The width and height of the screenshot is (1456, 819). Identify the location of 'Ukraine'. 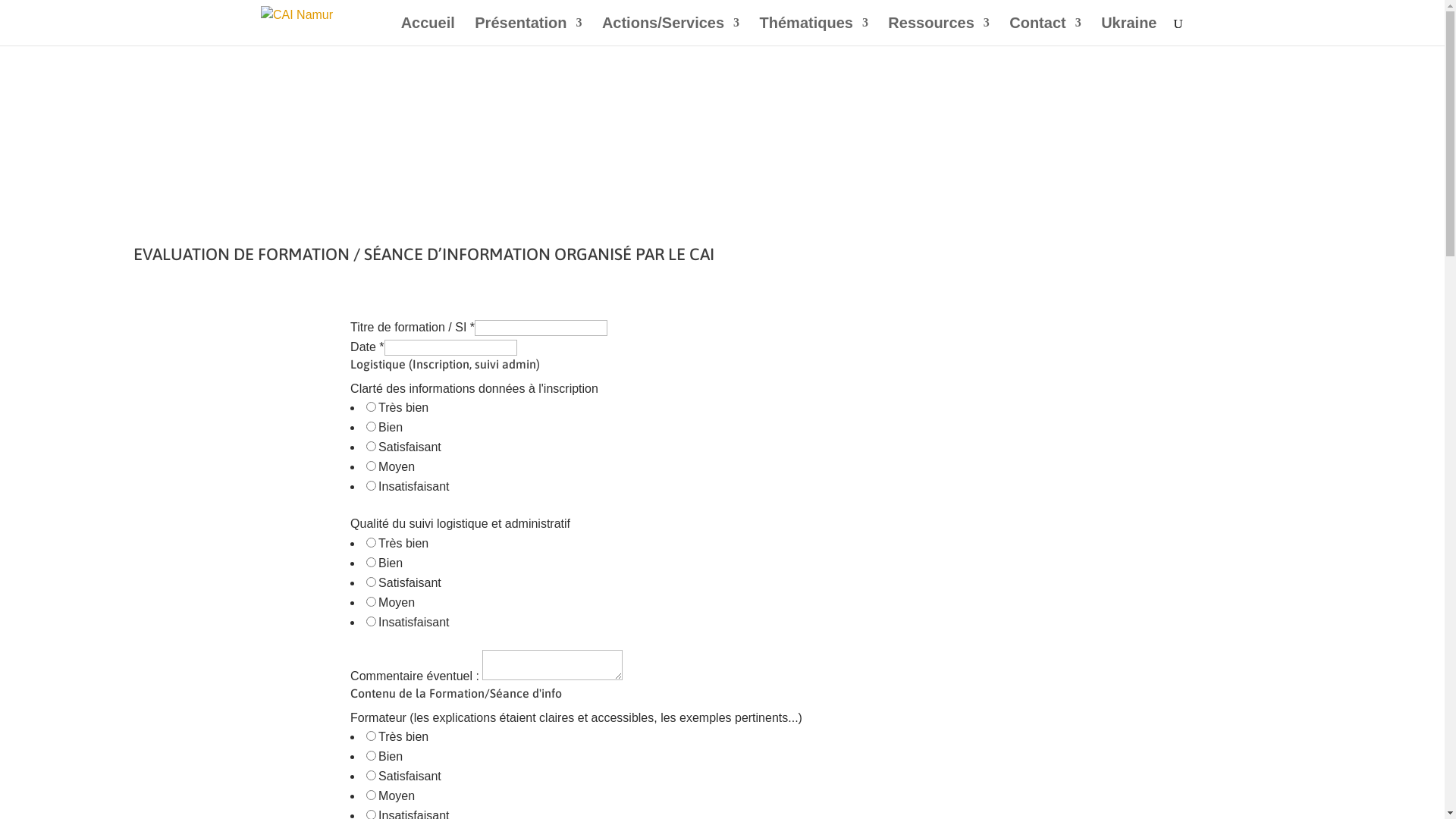
(1128, 31).